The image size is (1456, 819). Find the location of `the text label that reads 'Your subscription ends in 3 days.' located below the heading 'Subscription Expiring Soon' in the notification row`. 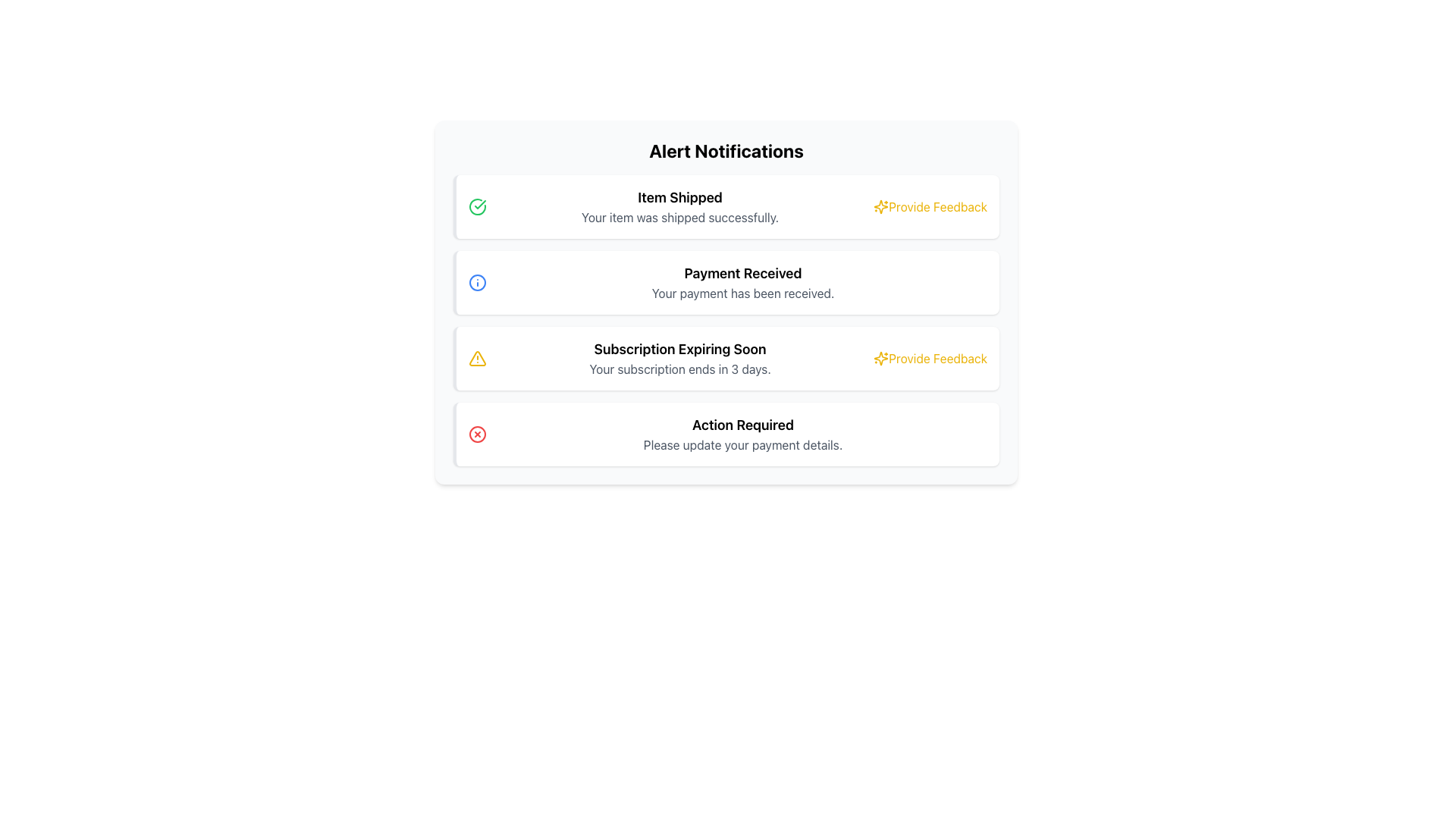

the text label that reads 'Your subscription ends in 3 days.' located below the heading 'Subscription Expiring Soon' in the notification row is located at coordinates (679, 369).